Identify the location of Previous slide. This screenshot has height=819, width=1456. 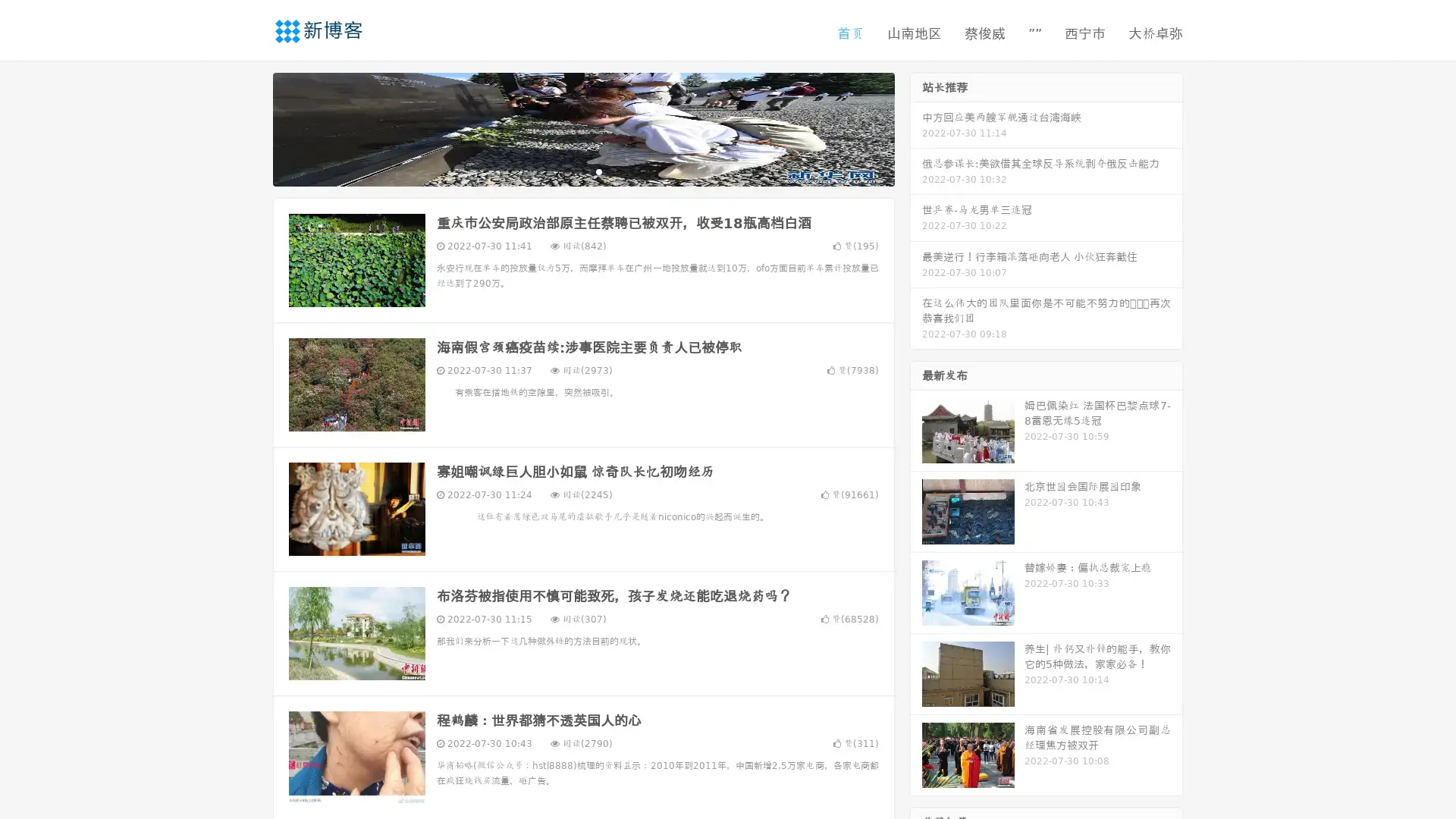
(250, 127).